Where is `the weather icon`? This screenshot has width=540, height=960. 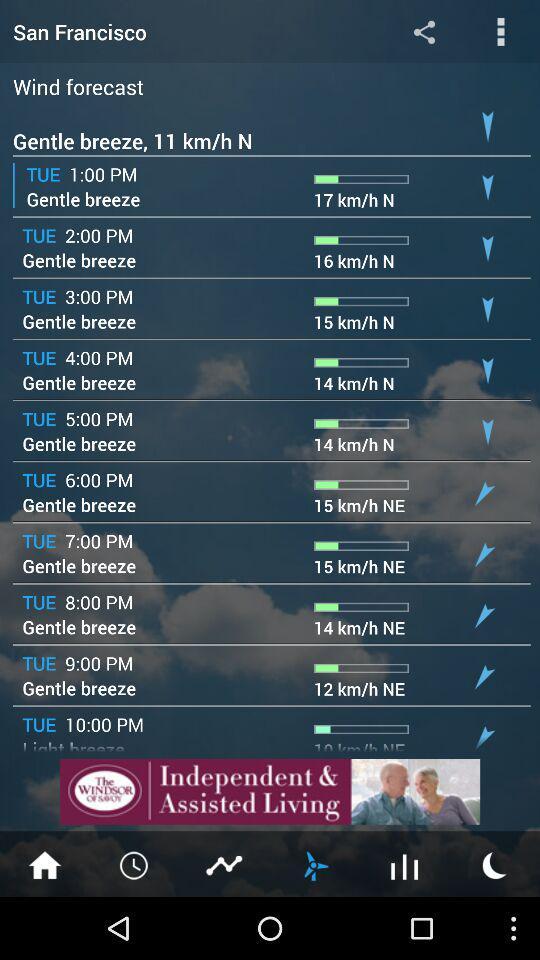 the weather icon is located at coordinates (314, 925).